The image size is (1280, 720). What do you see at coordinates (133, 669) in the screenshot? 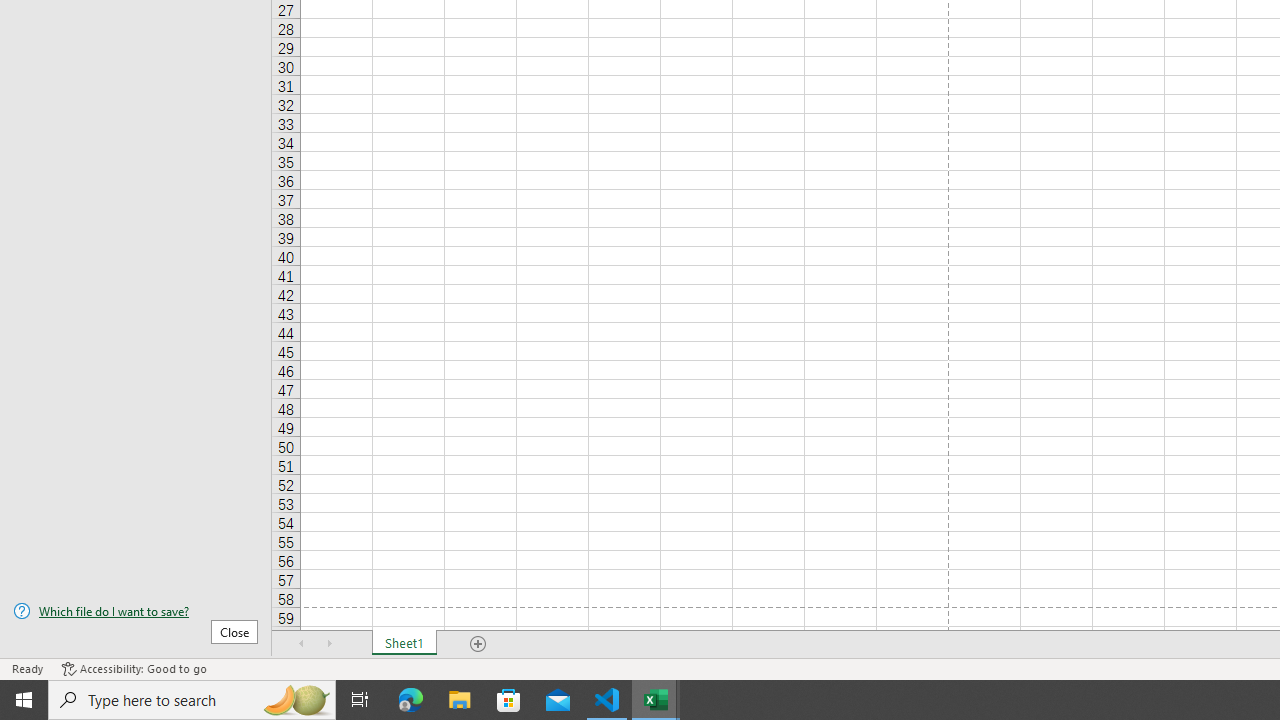
I see `'Accessibility Checker Accessibility: Good to go'` at bounding box center [133, 669].